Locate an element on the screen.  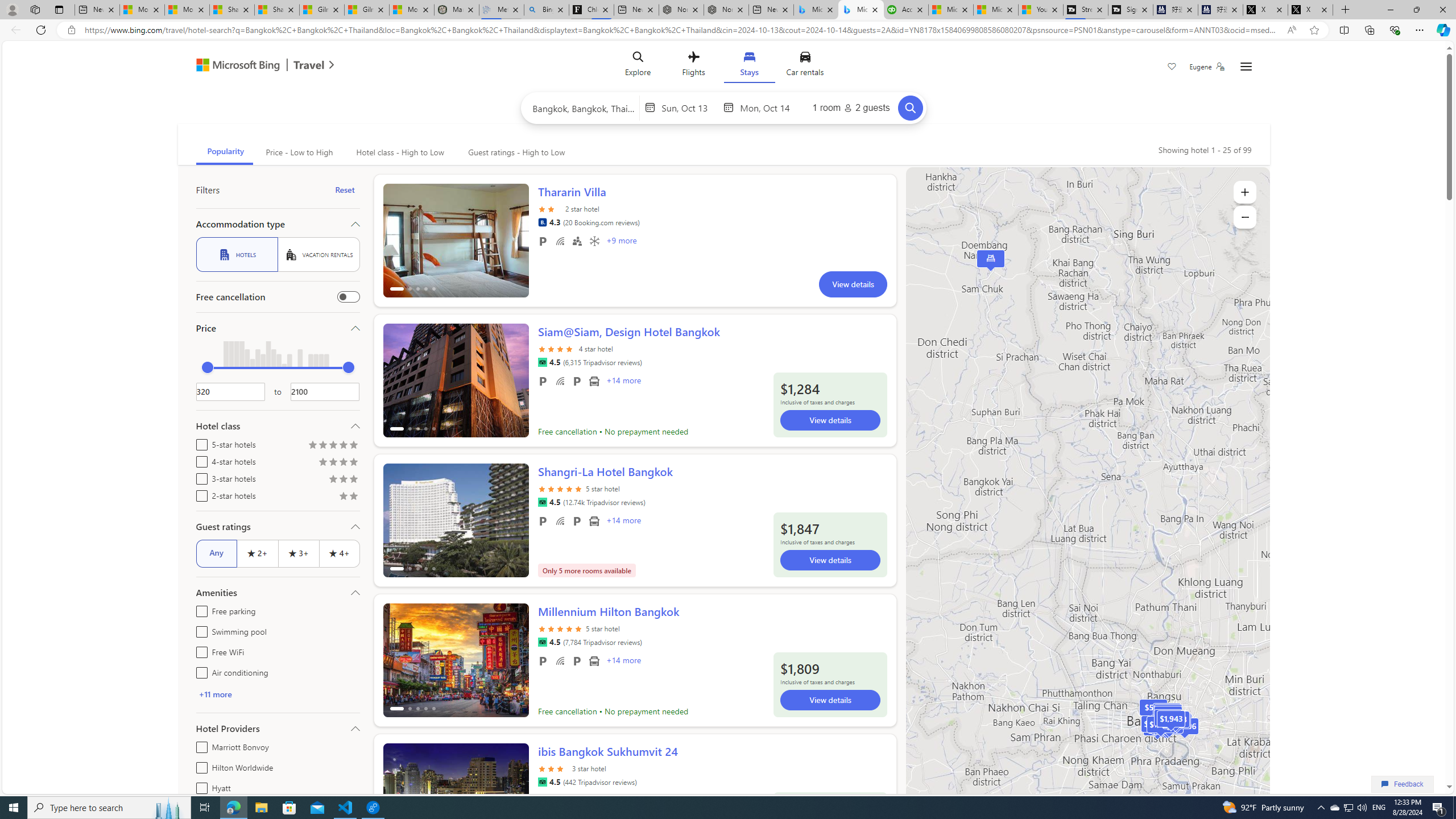
'Flights' is located at coordinates (693, 65).